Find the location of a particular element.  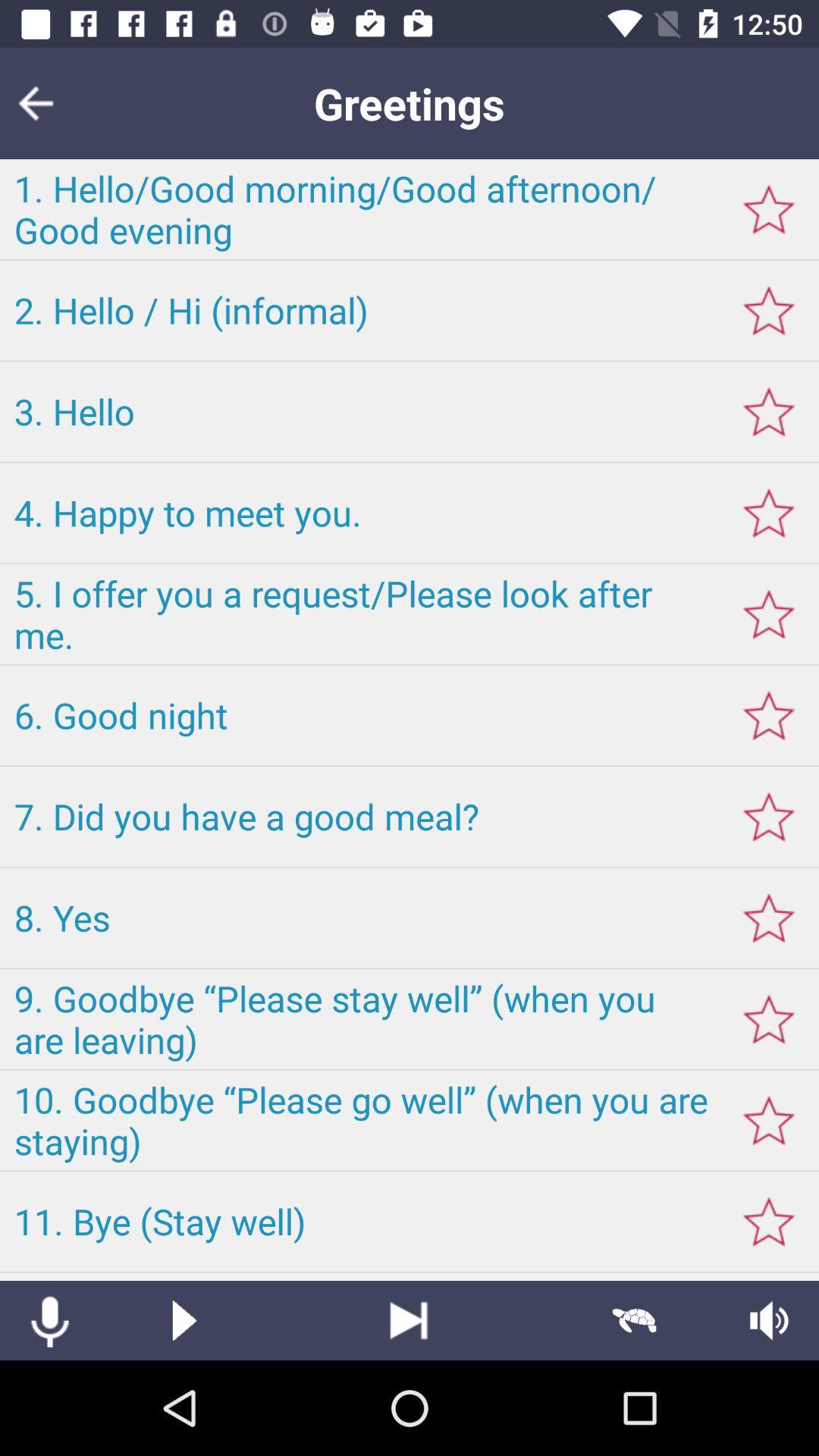

the microphone icon is located at coordinates (49, 1319).